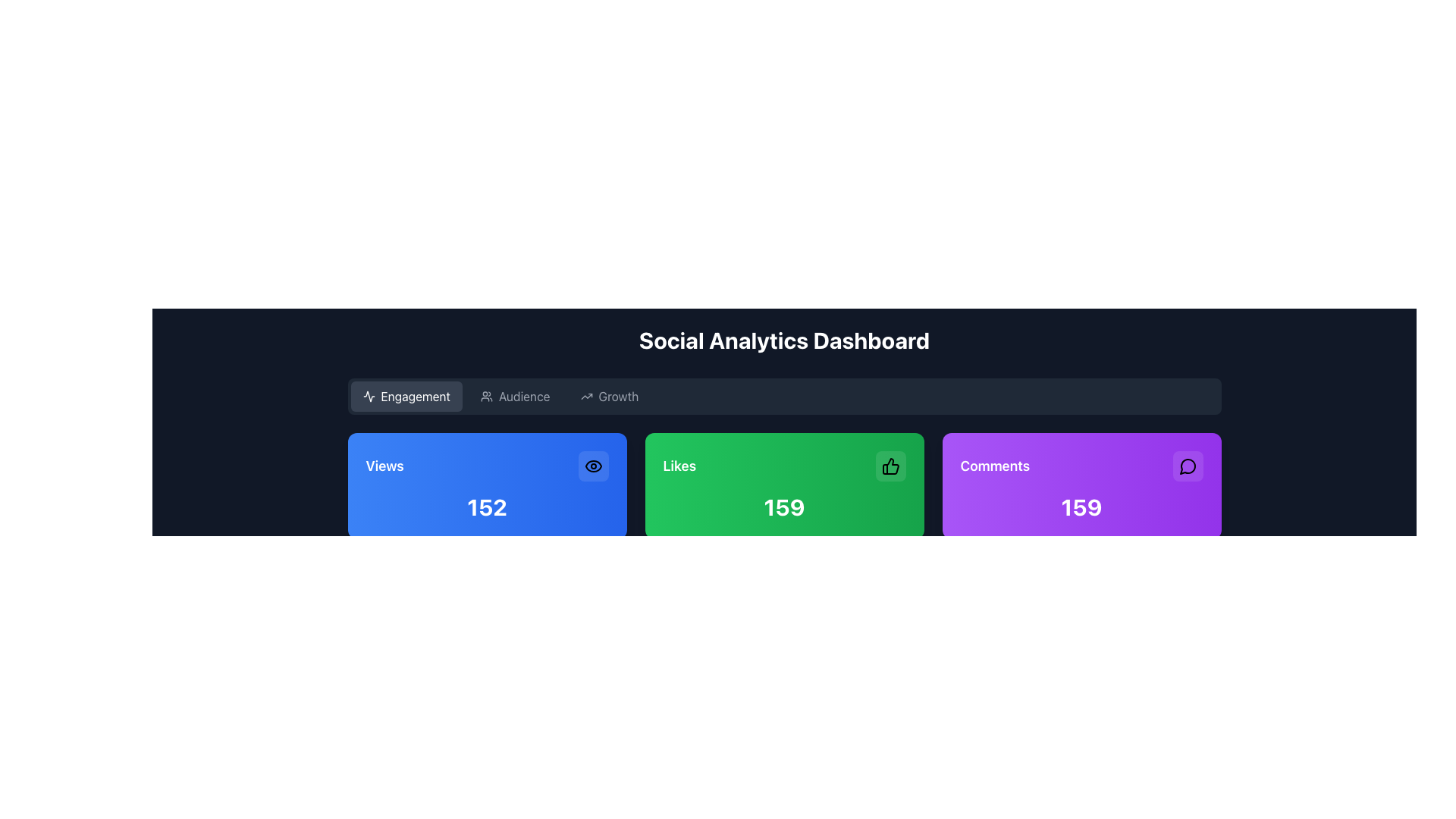 This screenshot has width=1456, height=819. What do you see at coordinates (784, 339) in the screenshot?
I see `the header titled 'Social Analytics Dashboard', which is prominently displayed in a bold and large white font at the top of the dashboard interface` at bounding box center [784, 339].